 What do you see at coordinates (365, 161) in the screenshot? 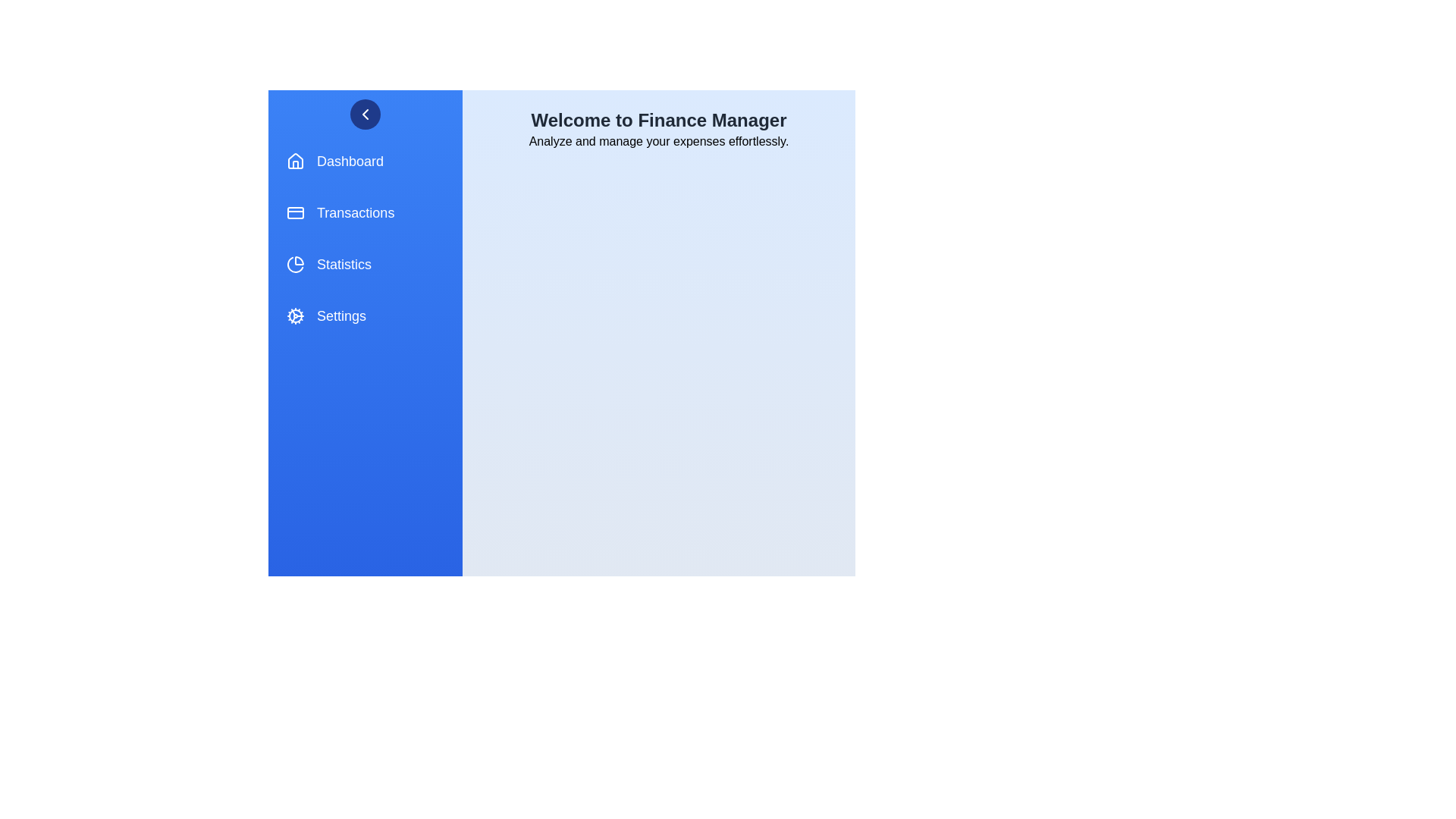
I see `the menu item Dashboard from the FinanceDrawer component` at bounding box center [365, 161].